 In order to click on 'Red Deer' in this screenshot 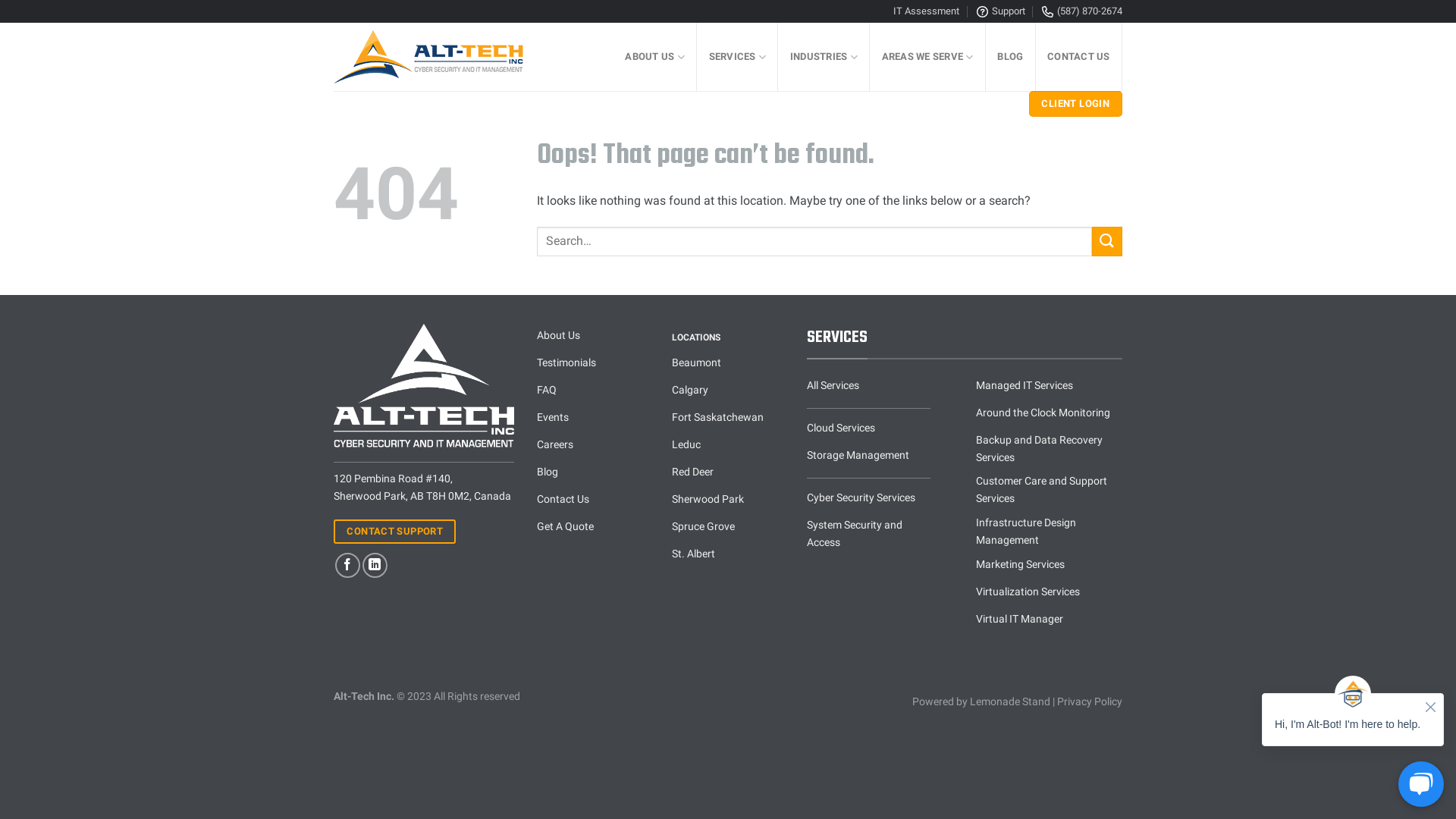, I will do `click(728, 472)`.